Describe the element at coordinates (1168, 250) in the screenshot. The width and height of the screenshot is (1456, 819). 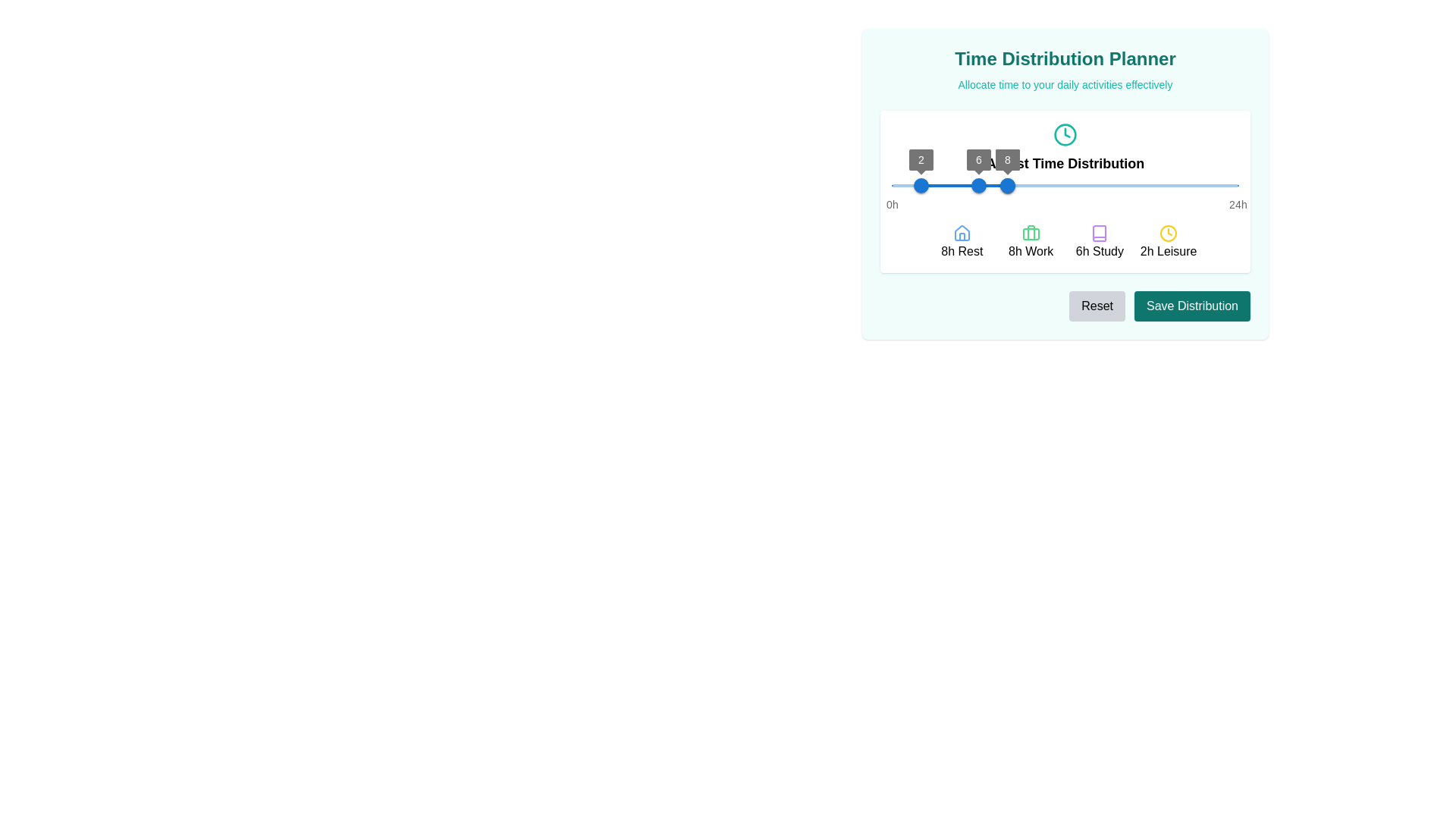
I see `the label that reads '2h Leisure', styled with a standard font, located in the 'Time Distribution' area, aligned with similar sections for durations of activities` at that location.